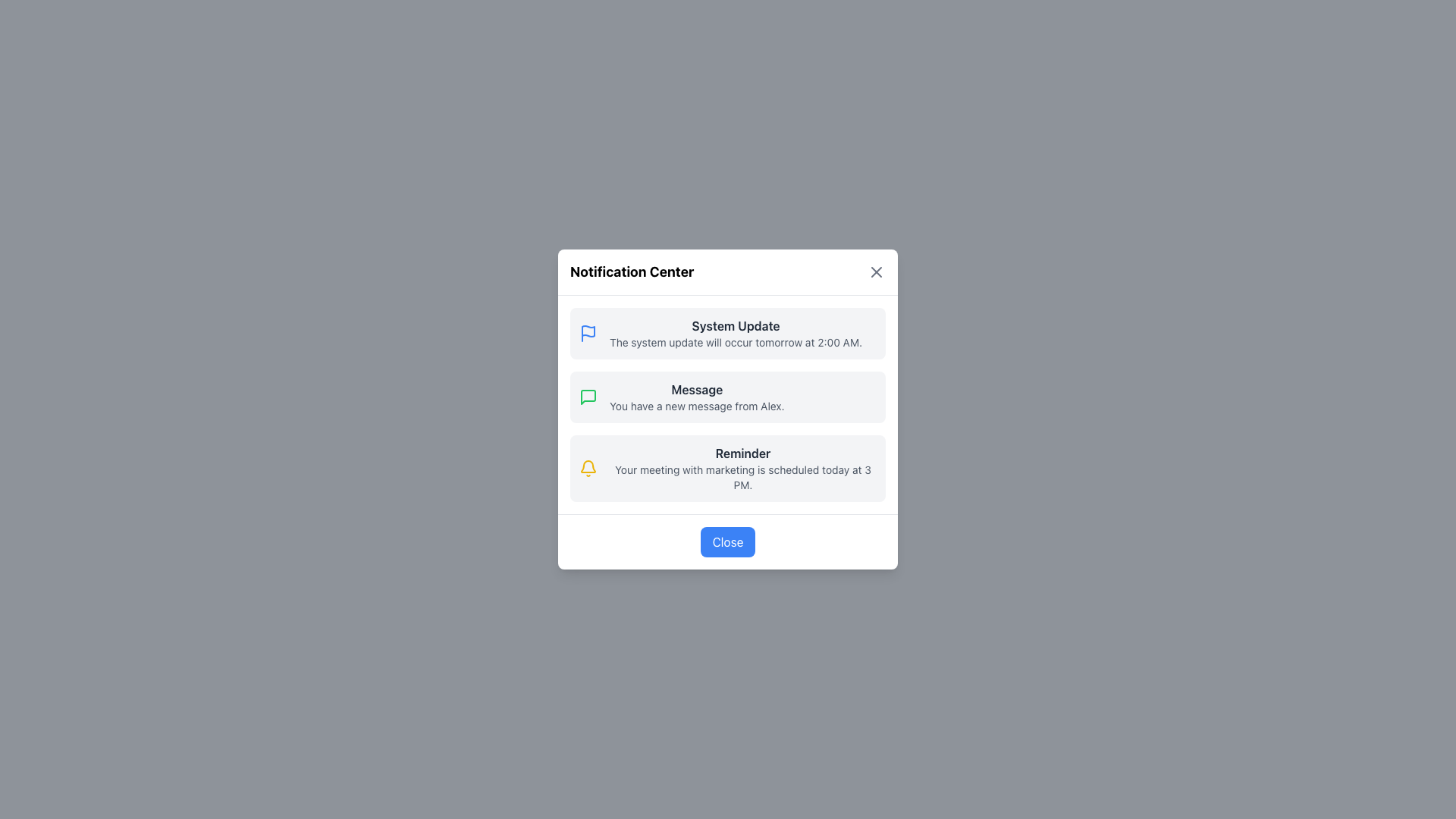  Describe the element at coordinates (696, 406) in the screenshot. I see `the text label that informs the user about a new message from Alex, located beneath the 'Message' heading in the notification card` at that location.